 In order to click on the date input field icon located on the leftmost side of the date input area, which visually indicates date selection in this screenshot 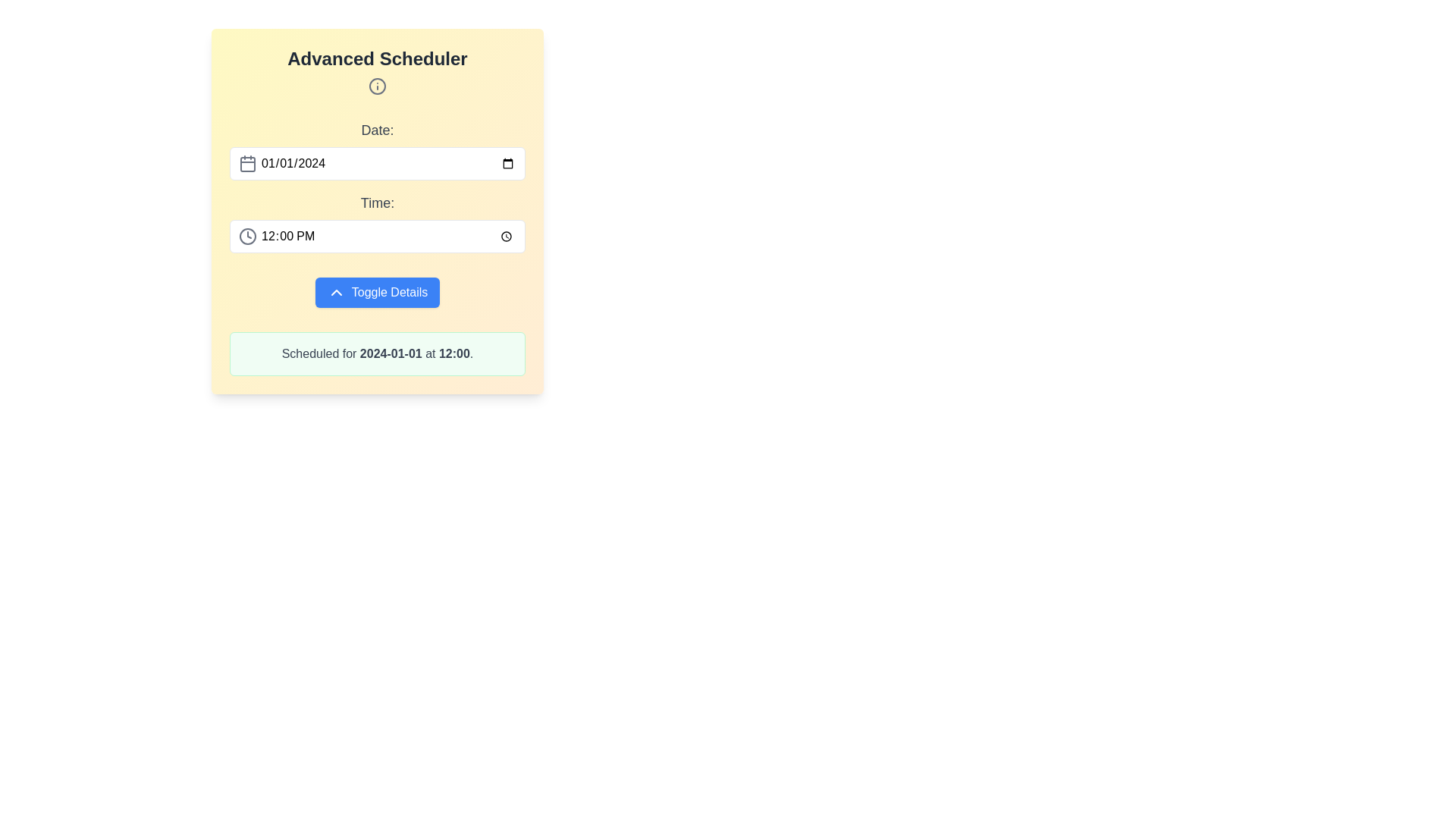, I will do `click(247, 164)`.